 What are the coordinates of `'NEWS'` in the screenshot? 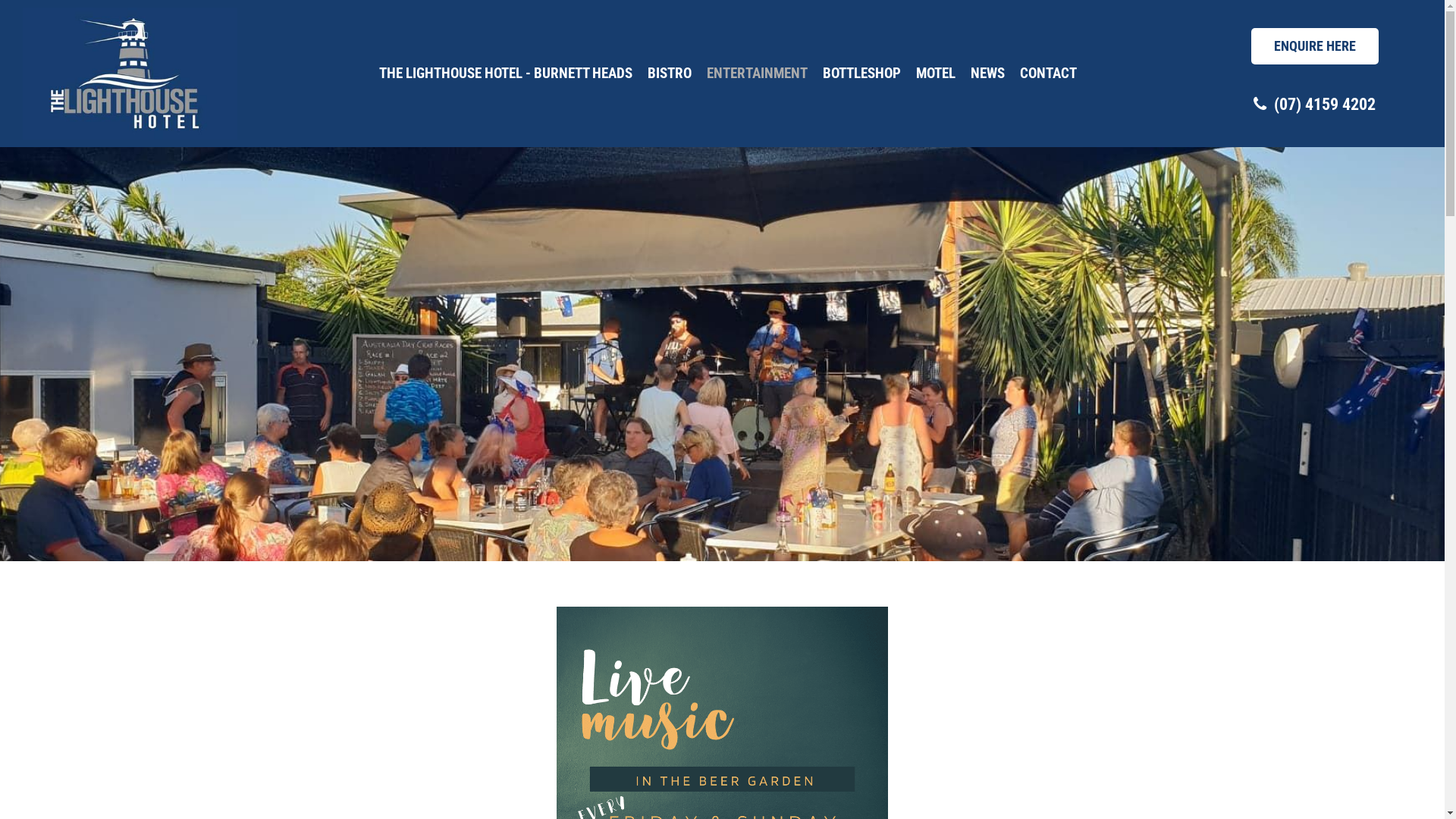 It's located at (987, 73).